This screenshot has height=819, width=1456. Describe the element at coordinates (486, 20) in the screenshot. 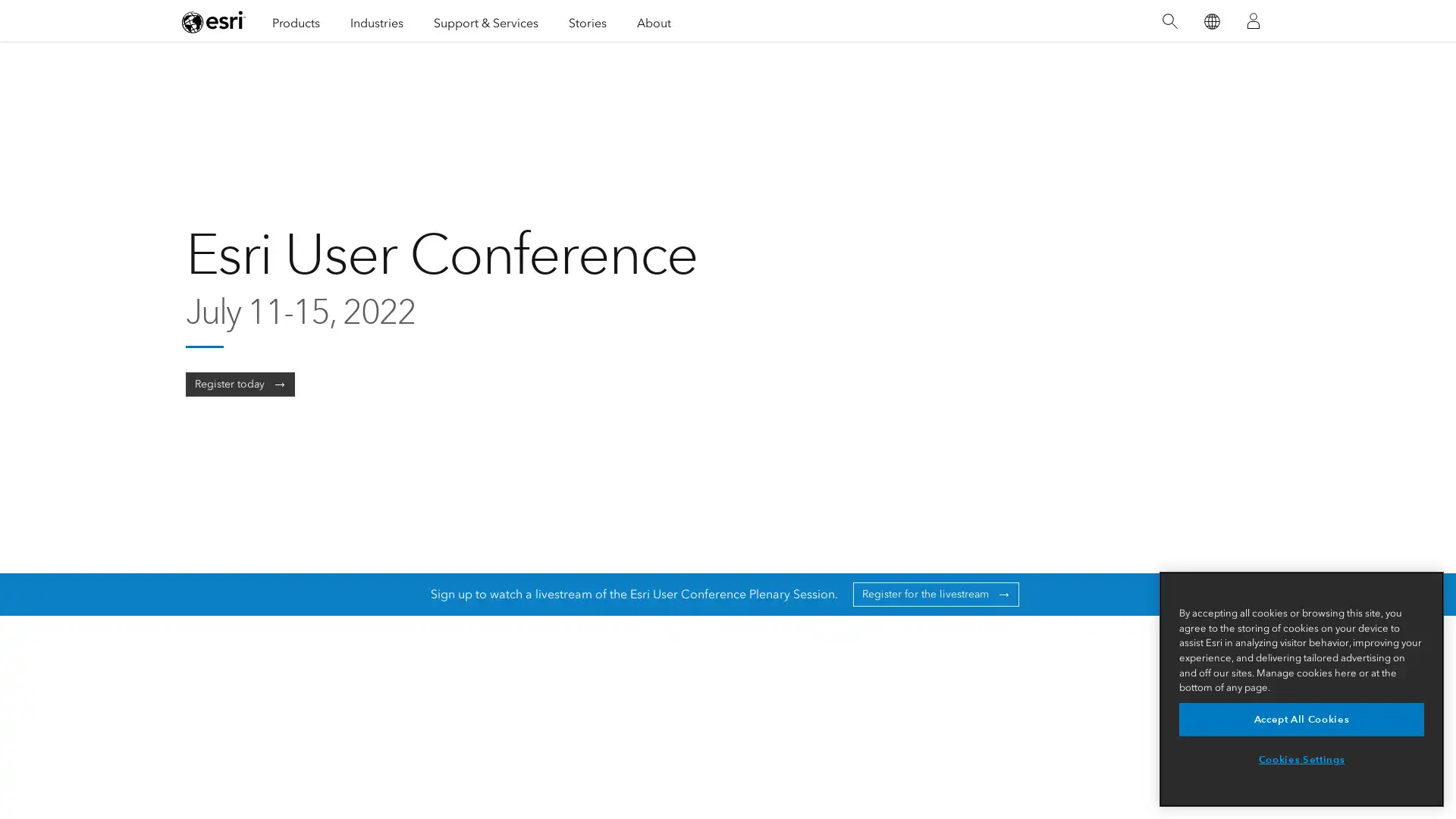

I see `Support & Services` at that location.